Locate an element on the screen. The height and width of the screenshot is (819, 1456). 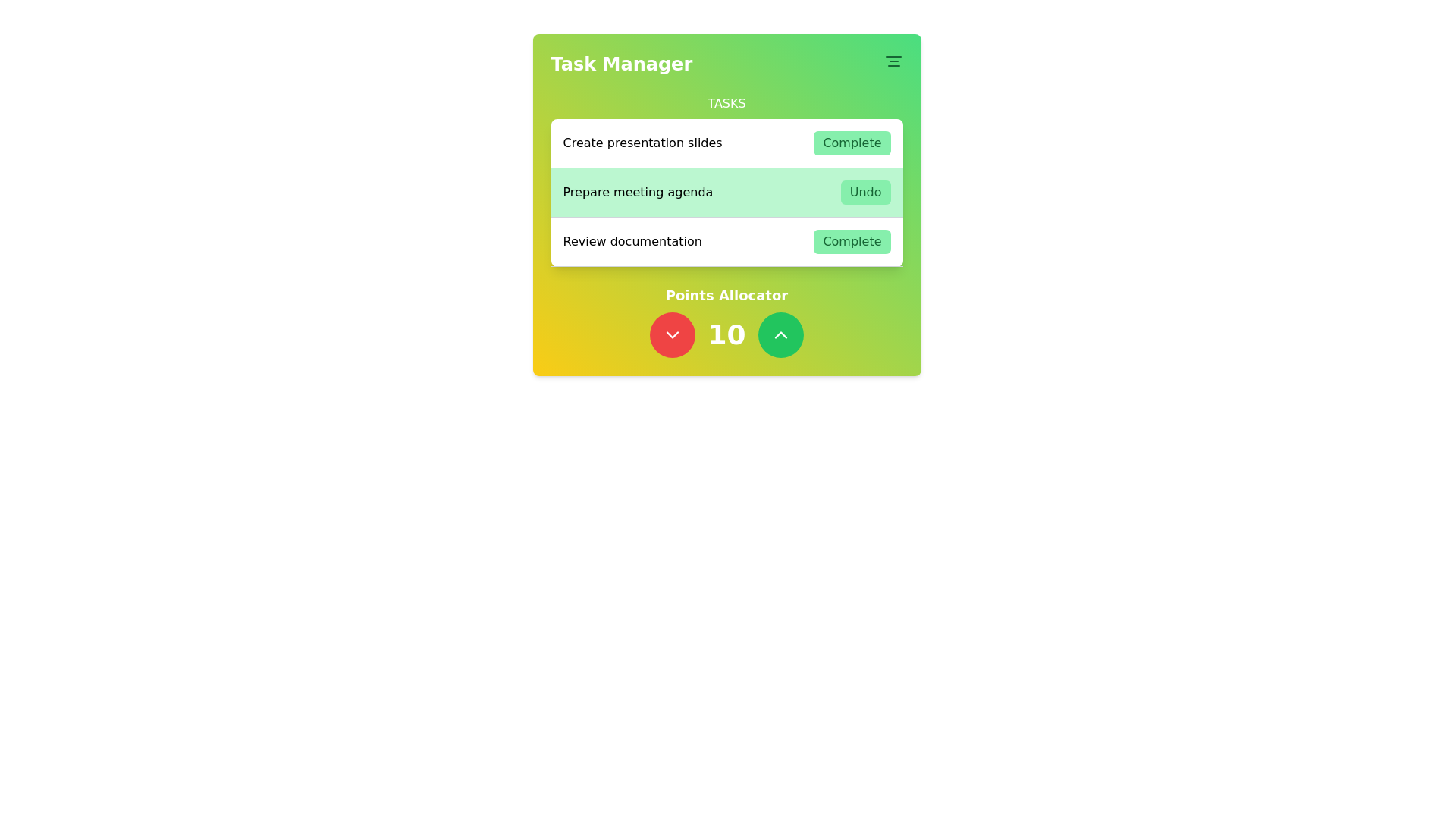
the 'Undo' button in the task row labeled 'Prepare meeting agenda' to revert the action is located at coordinates (726, 180).